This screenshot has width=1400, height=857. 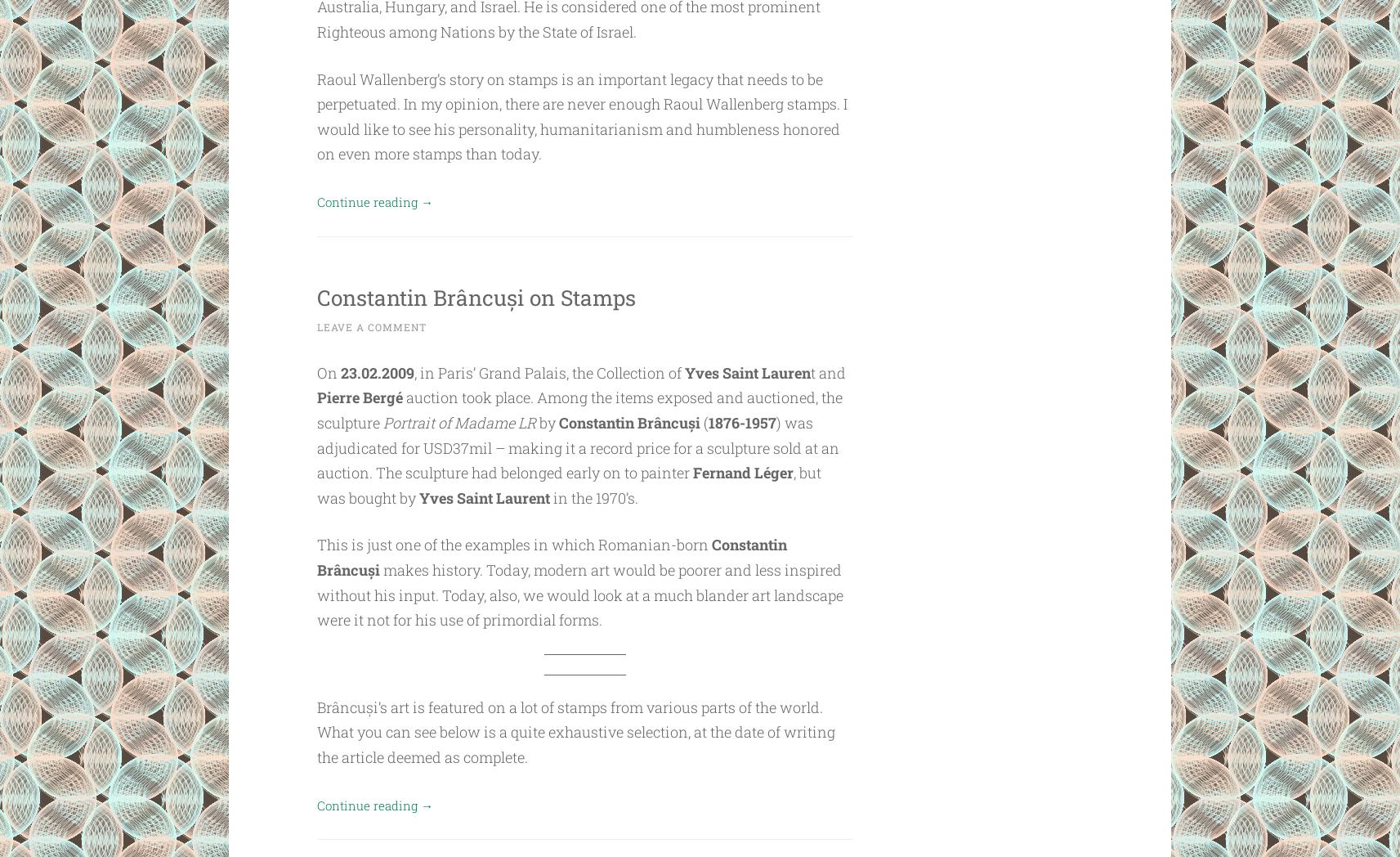 I want to click on 'Fernand Léger', so click(x=743, y=472).